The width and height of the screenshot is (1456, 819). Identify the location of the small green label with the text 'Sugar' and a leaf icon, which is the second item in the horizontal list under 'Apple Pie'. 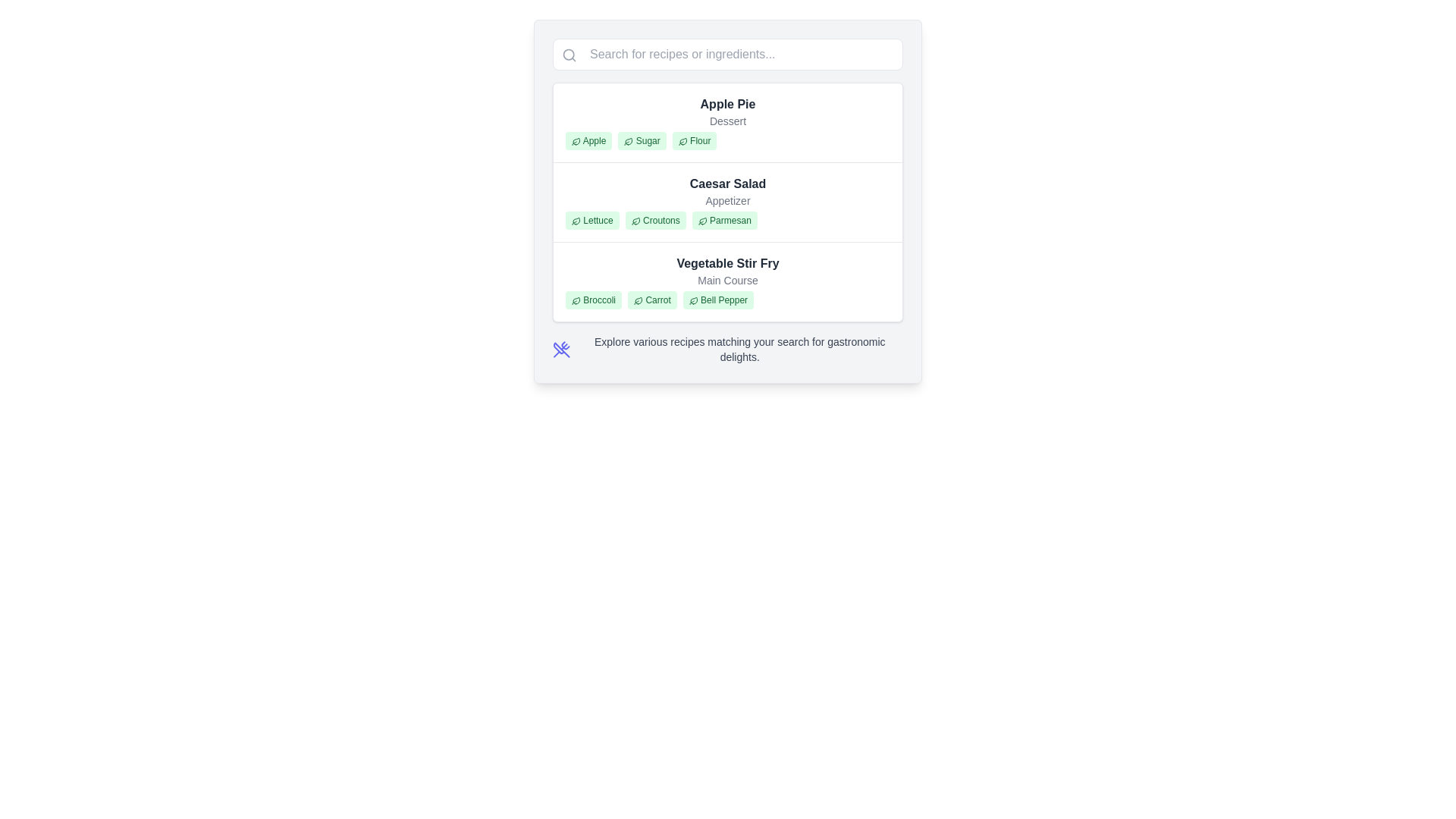
(642, 140).